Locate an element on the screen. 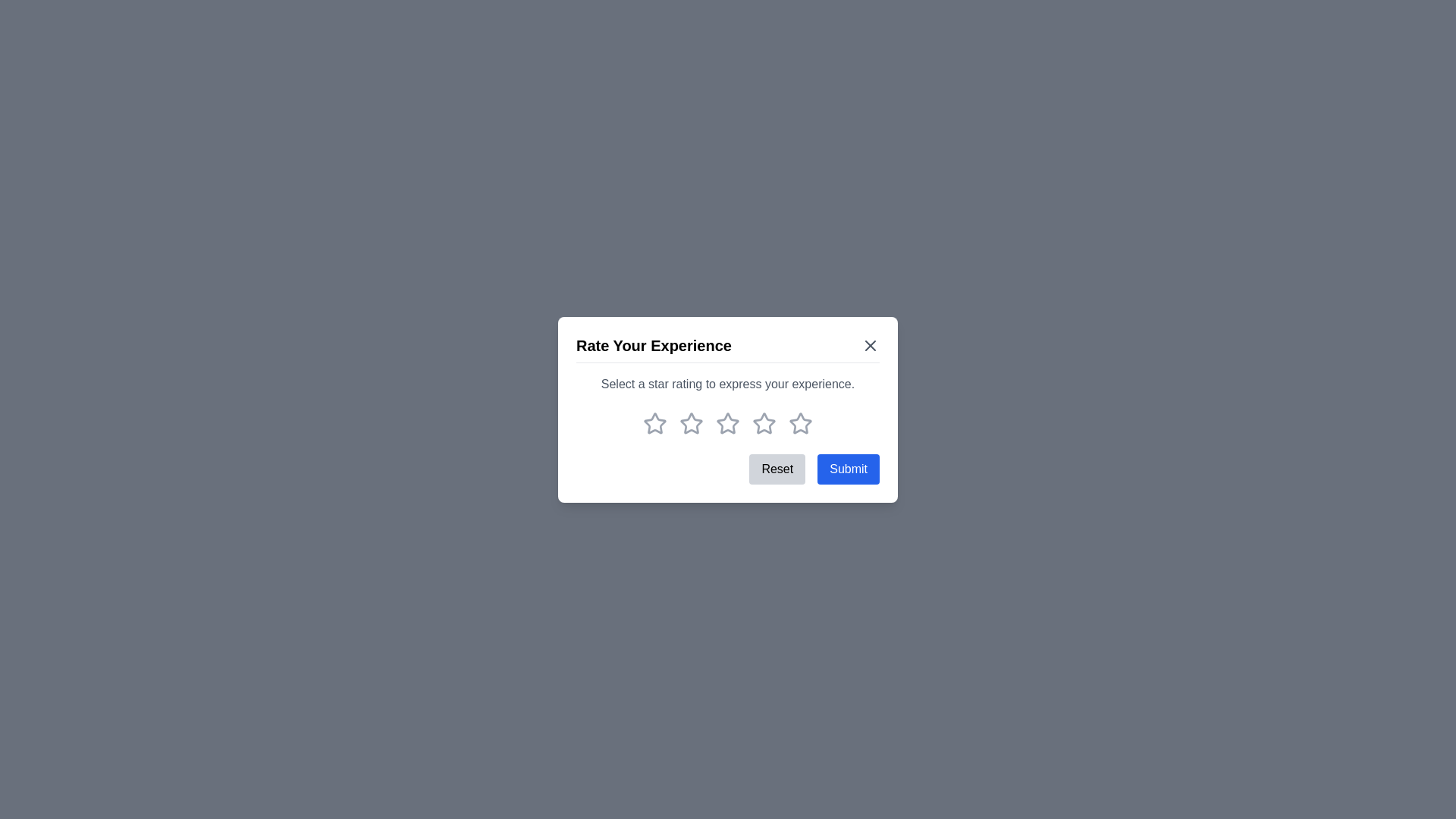 Image resolution: width=1456 pixels, height=819 pixels. the rating to 4 stars by clicking on the corresponding star is located at coordinates (764, 423).